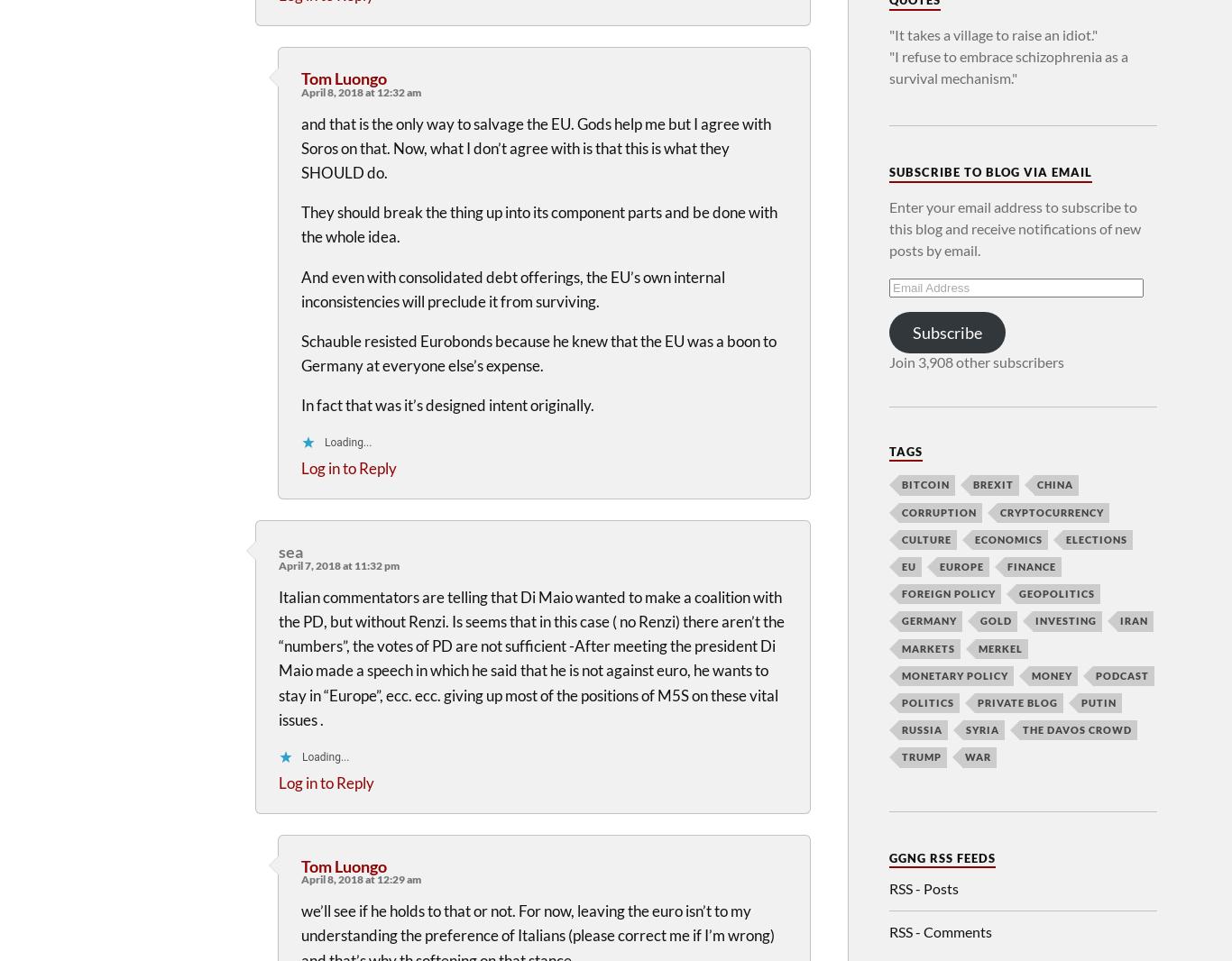 The height and width of the screenshot is (961, 1232). What do you see at coordinates (925, 537) in the screenshot?
I see `'Culture'` at bounding box center [925, 537].